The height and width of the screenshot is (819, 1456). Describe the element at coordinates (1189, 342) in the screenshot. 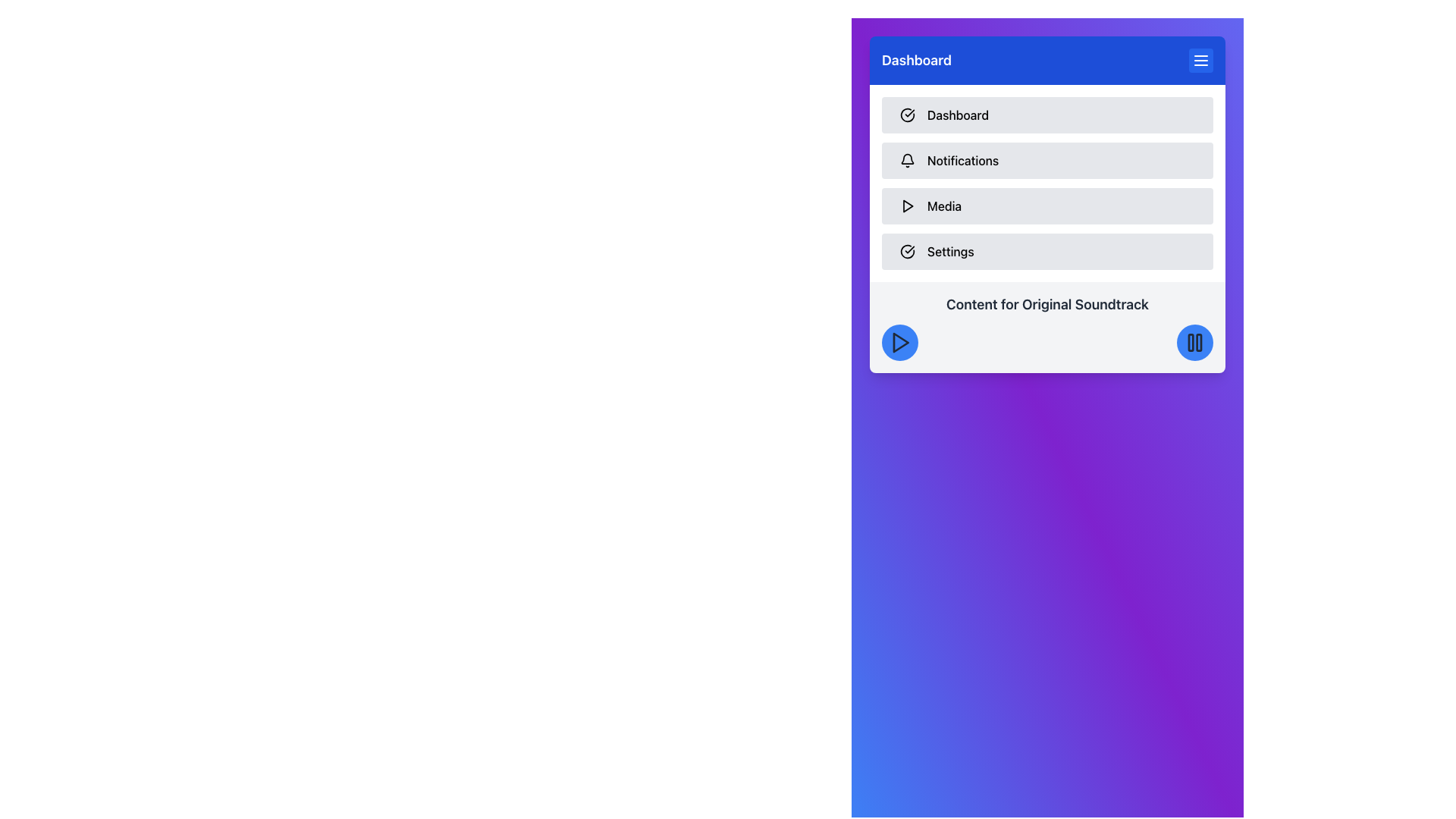

I see `the left vertical bar of the pause icon located inside the blue circular button at the bottom-right corner of the display` at that location.